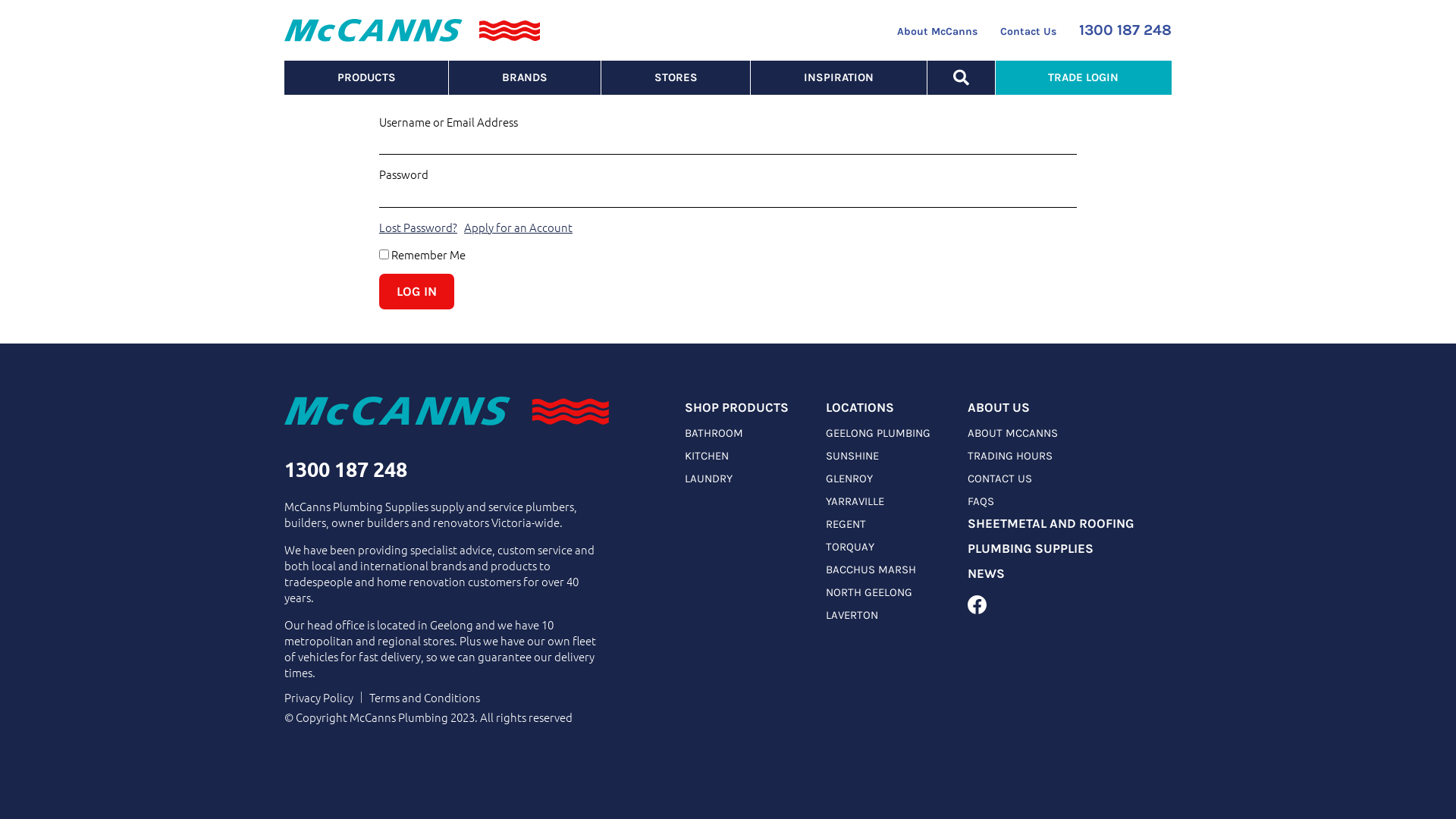  I want to click on 'Apply for an Account', so click(518, 226).